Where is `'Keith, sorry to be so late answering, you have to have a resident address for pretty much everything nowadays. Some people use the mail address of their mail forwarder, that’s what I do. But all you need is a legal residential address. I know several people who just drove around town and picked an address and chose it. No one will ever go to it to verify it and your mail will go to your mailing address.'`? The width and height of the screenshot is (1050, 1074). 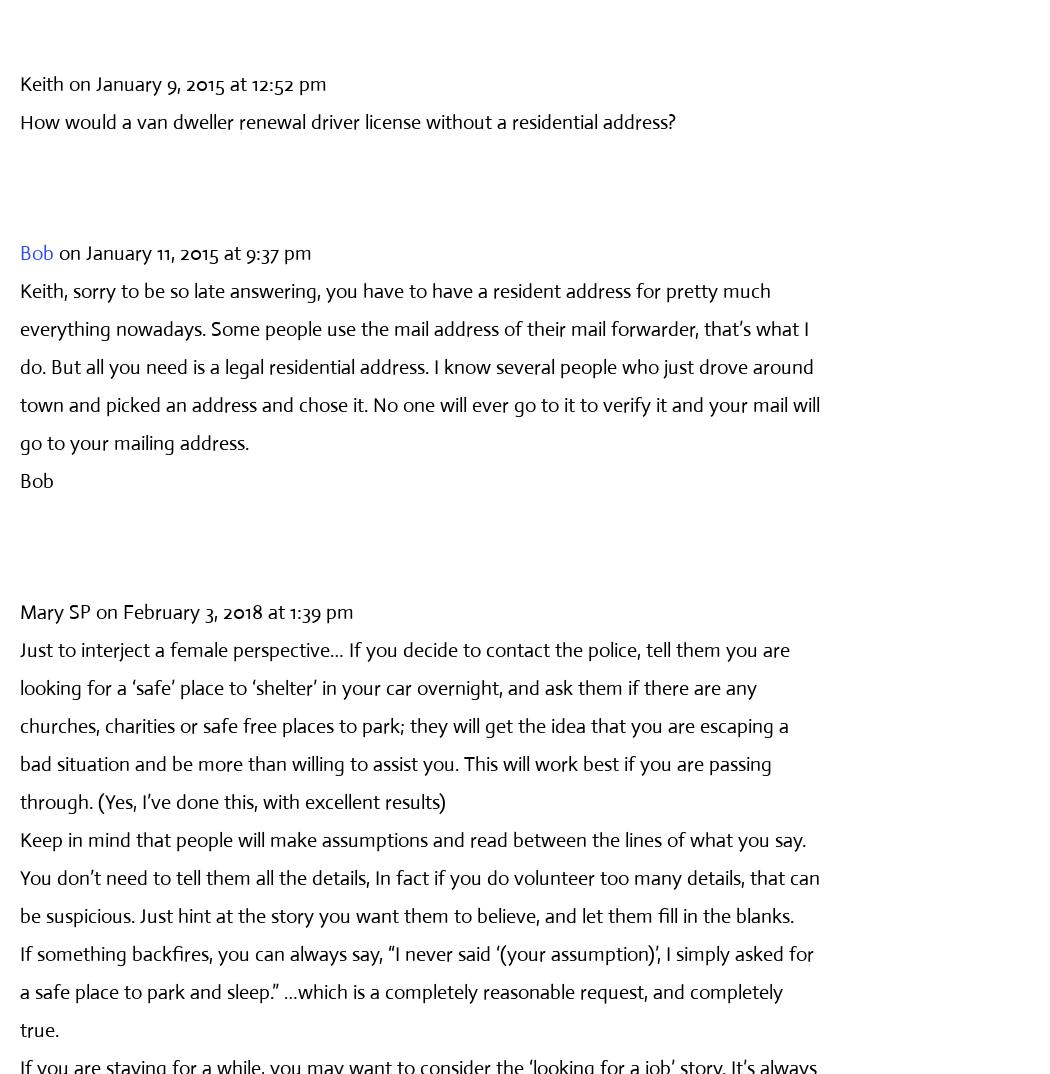
'Keith, sorry to be so late answering, you have to have a resident address for pretty much everything nowadays. Some people use the mail address of their mail forwarder, that’s what I do. But all you need is a legal residential address. I know several people who just drove around town and picked an address and chose it. No one will ever go to it to verify it and your mail will go to your mailing address.' is located at coordinates (19, 365).